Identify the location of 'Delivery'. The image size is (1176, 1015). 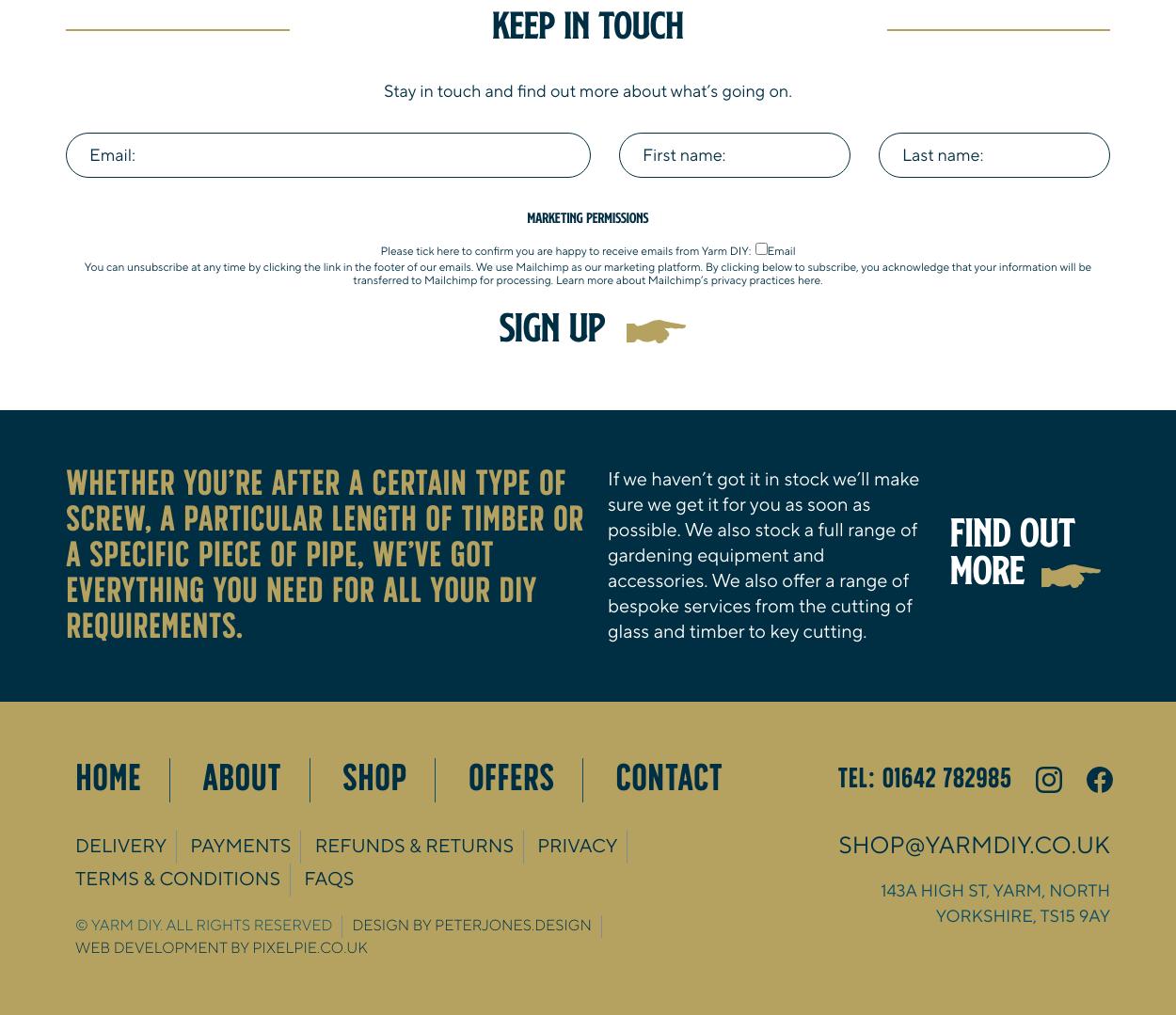
(74, 845).